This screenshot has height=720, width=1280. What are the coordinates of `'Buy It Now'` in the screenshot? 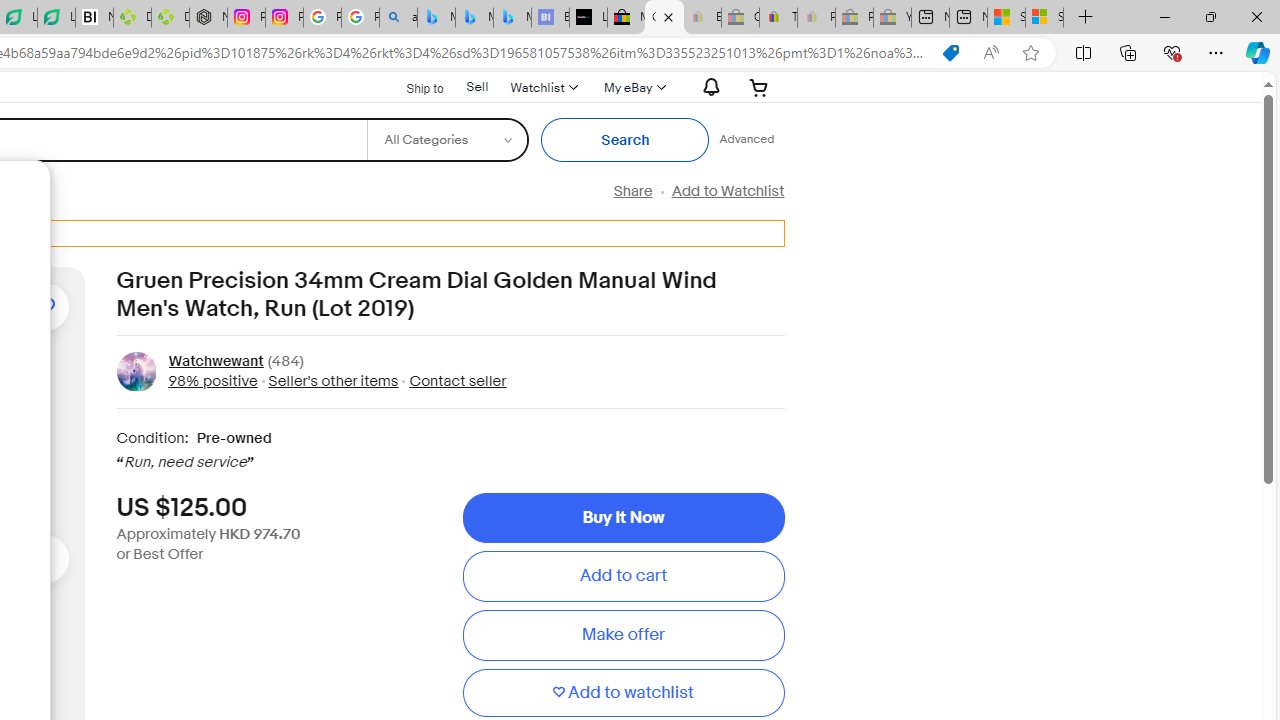 It's located at (622, 517).